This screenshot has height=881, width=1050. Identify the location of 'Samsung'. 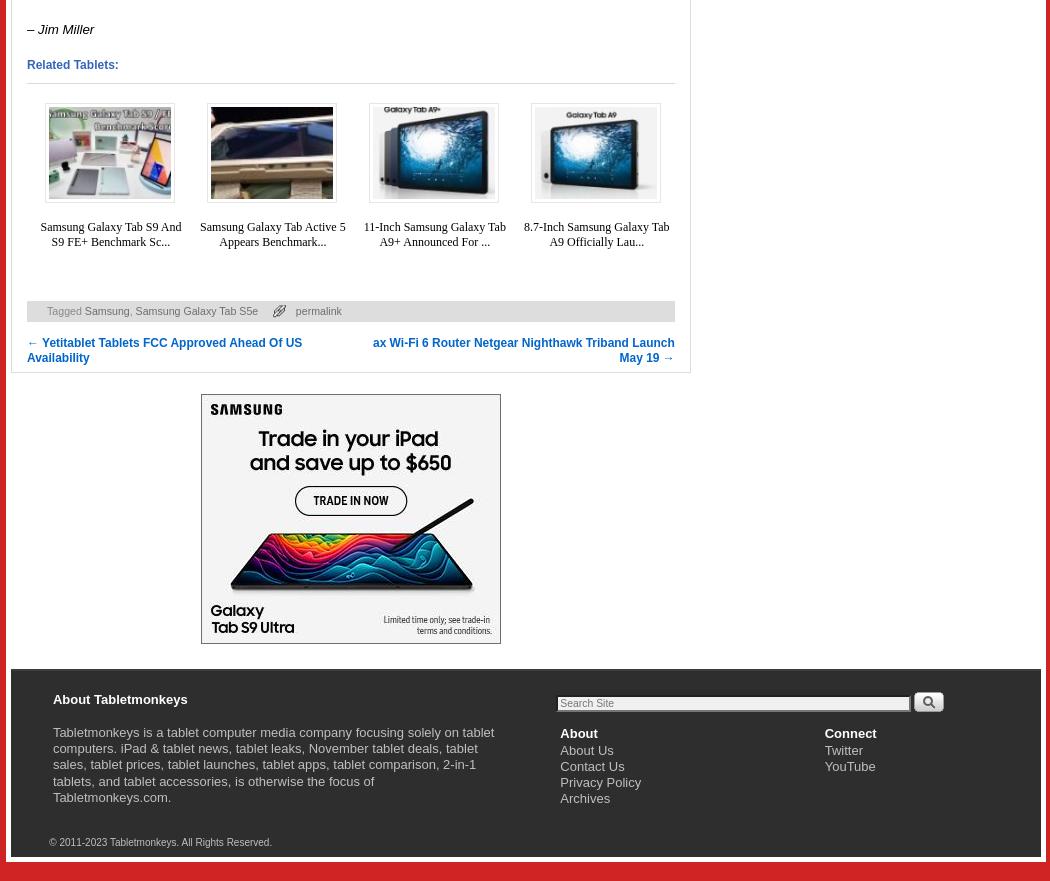
(106, 310).